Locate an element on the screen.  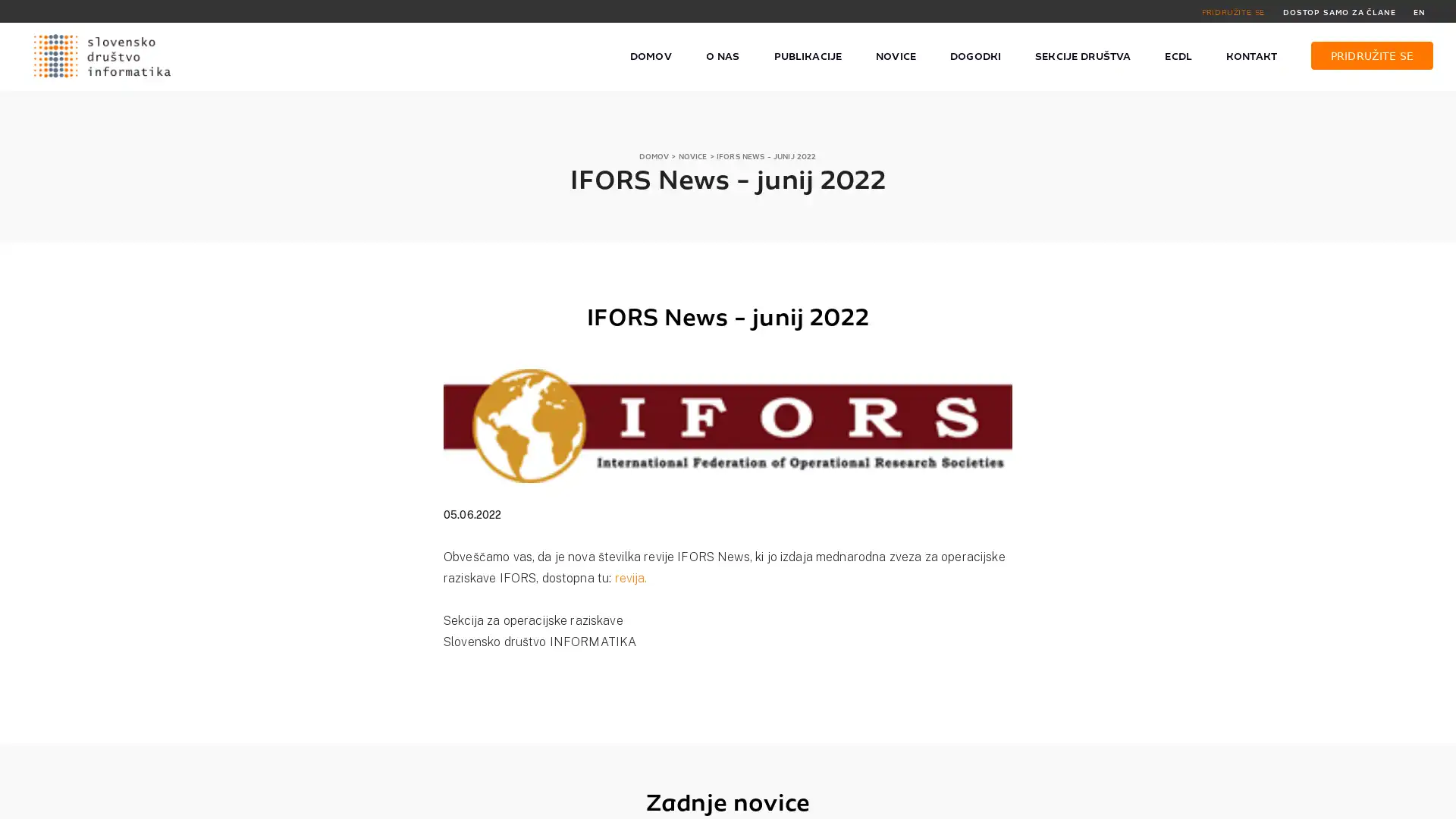
Uredi piskotke is located at coordinates (1077, 799).